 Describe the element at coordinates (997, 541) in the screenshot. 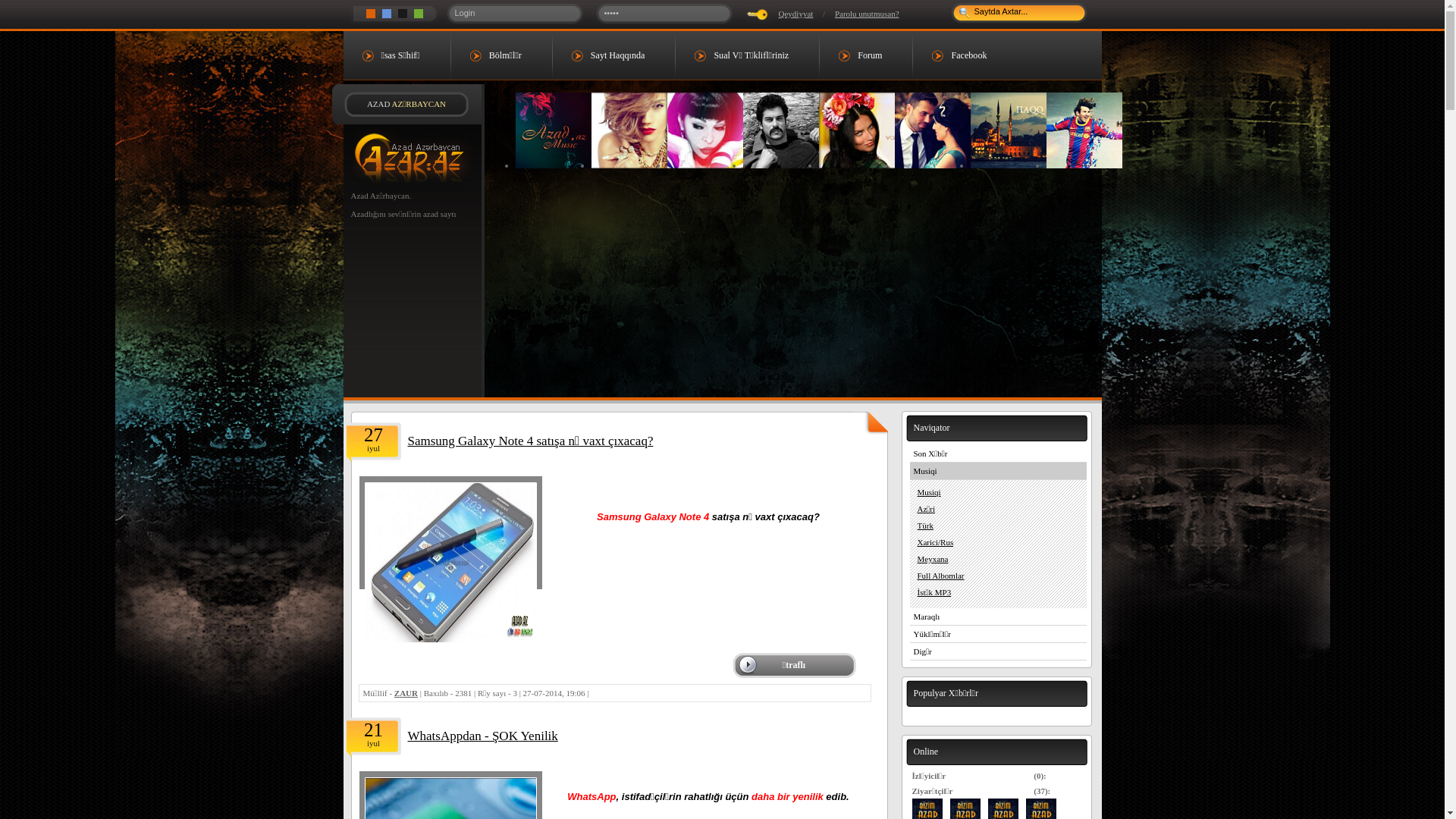

I see `'Xarici/Rus'` at that location.